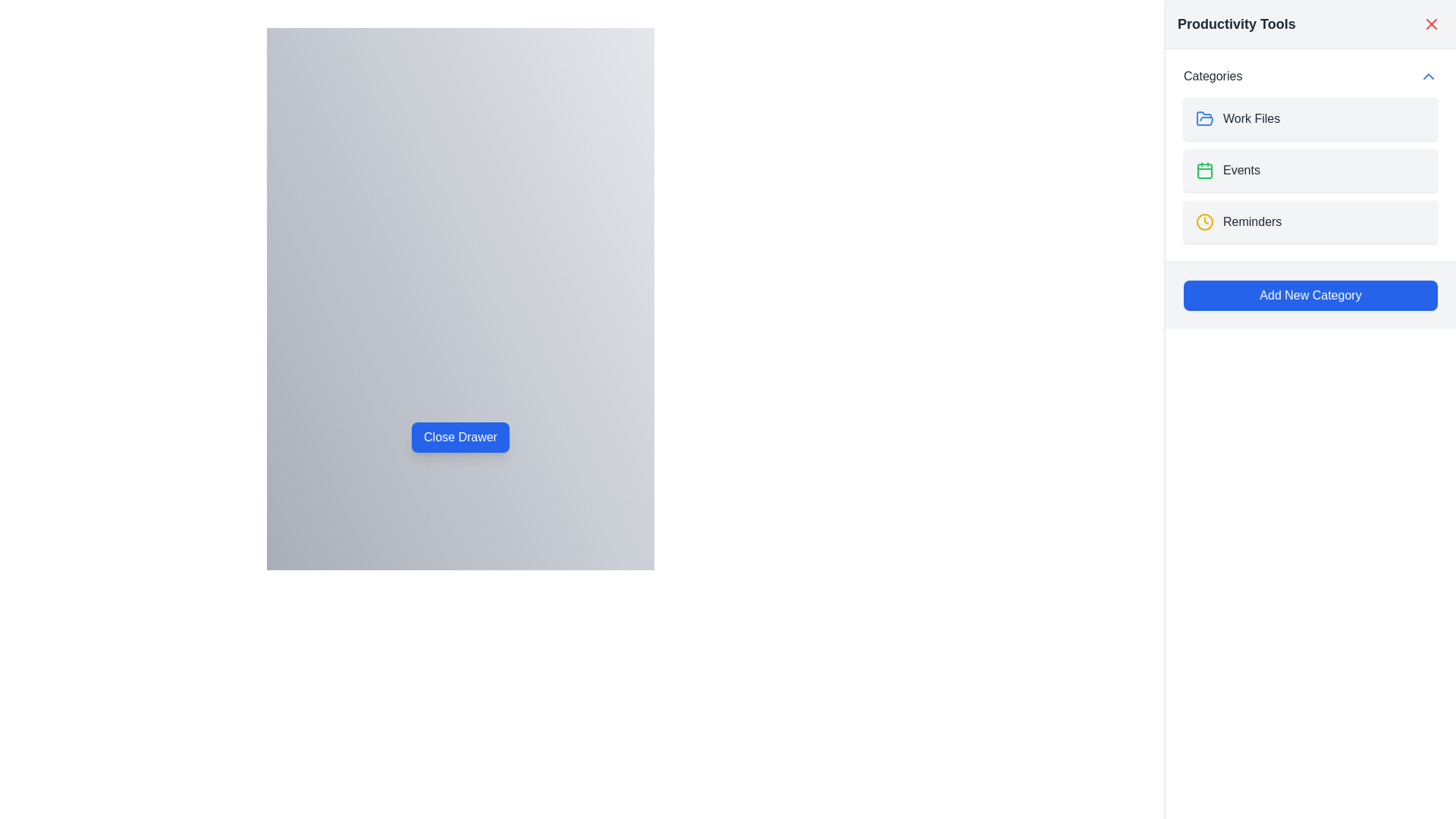 Image resolution: width=1456 pixels, height=819 pixels. I want to click on the text label that serves as the name for the first category in the 'Categories' section on the right-side panel, located next to a blue-colored folder icon, so click(1251, 118).